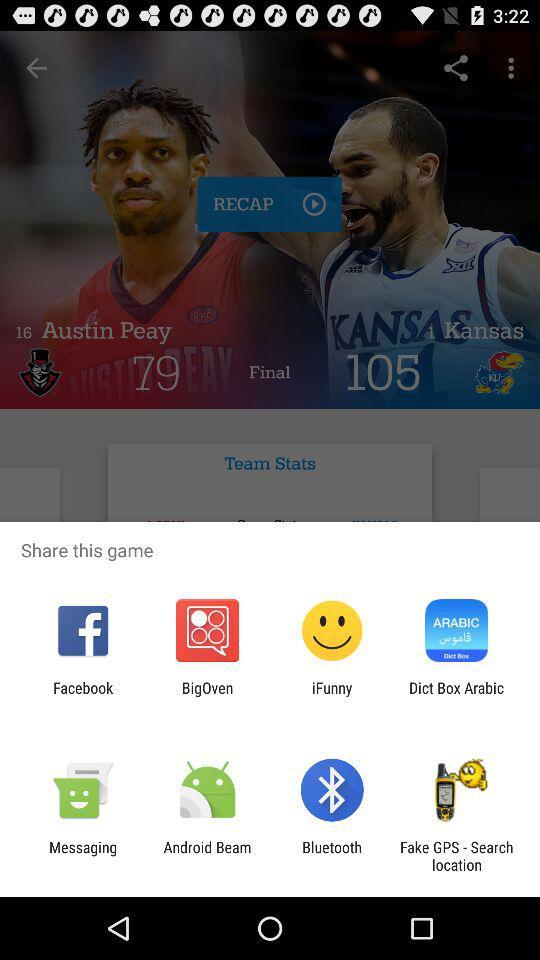  Describe the element at coordinates (332, 696) in the screenshot. I see `item next to the dict box arabic app` at that location.